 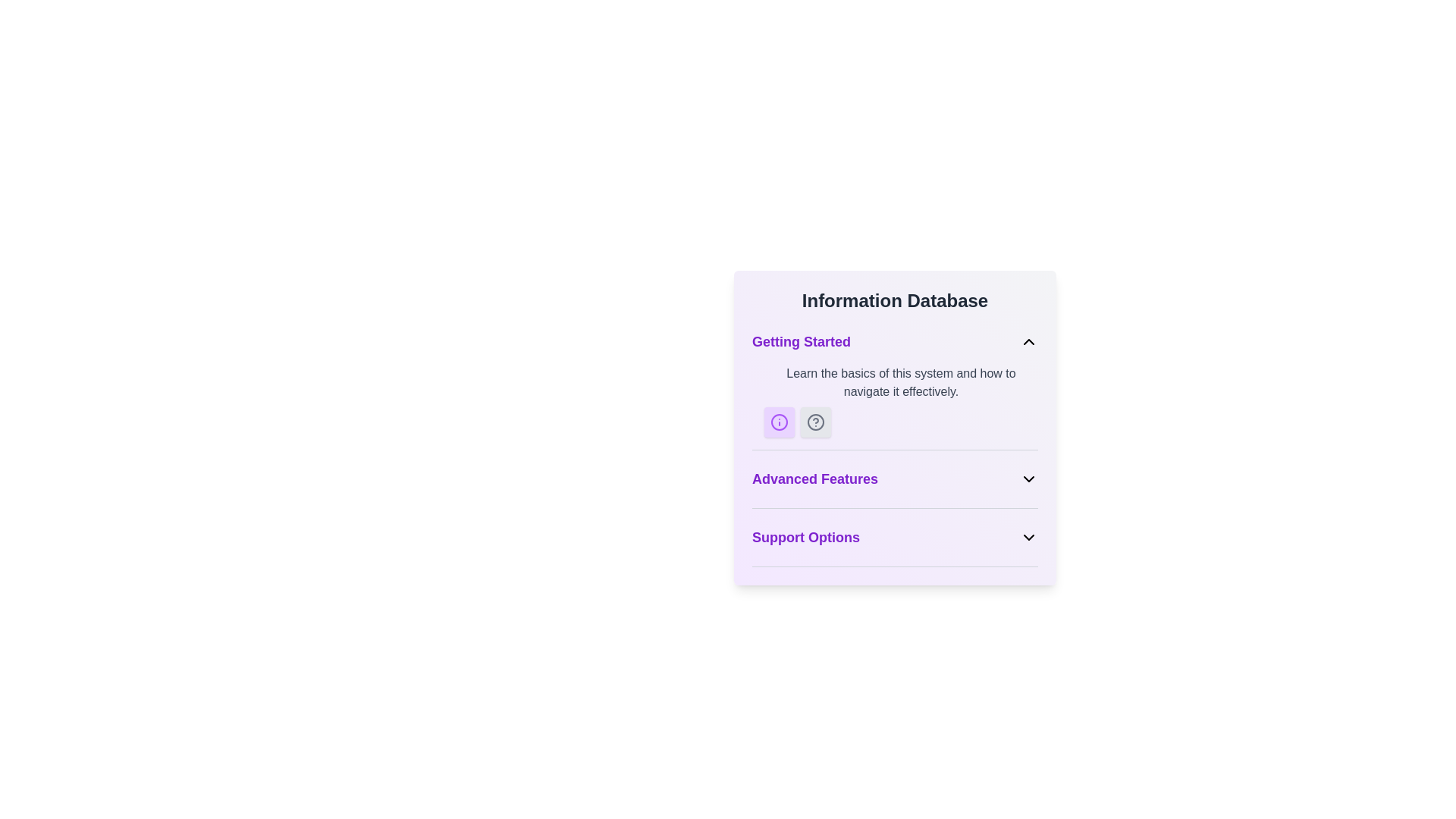 What do you see at coordinates (814, 479) in the screenshot?
I see `the 'Advanced Features' text label element, which is bold and purple, located in the 'Information Database' panel between 'Getting Started' and 'Support Options'` at bounding box center [814, 479].